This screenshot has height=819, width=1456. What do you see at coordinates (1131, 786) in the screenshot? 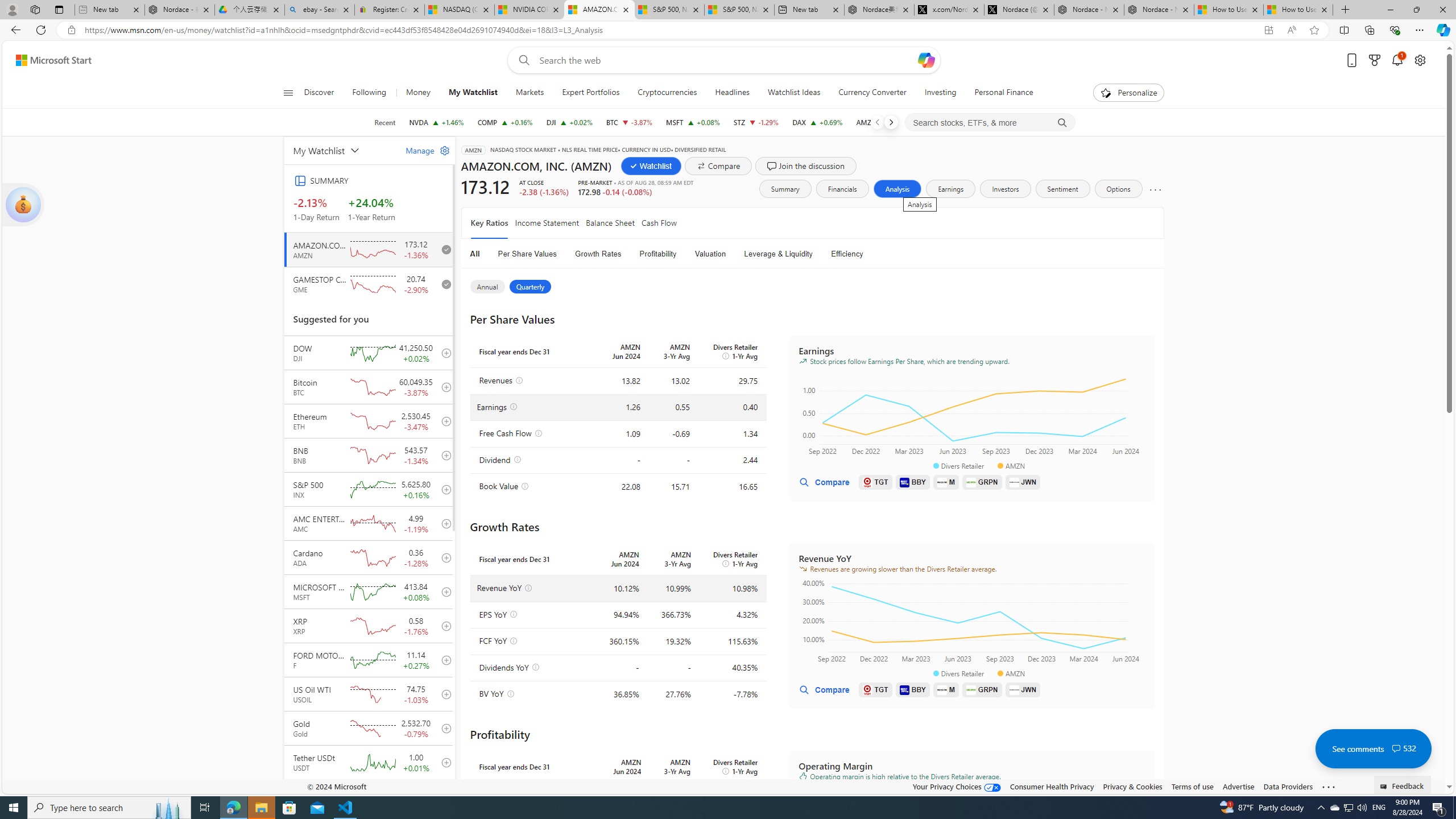
I see `'Privacy & Cookies'` at bounding box center [1131, 786].